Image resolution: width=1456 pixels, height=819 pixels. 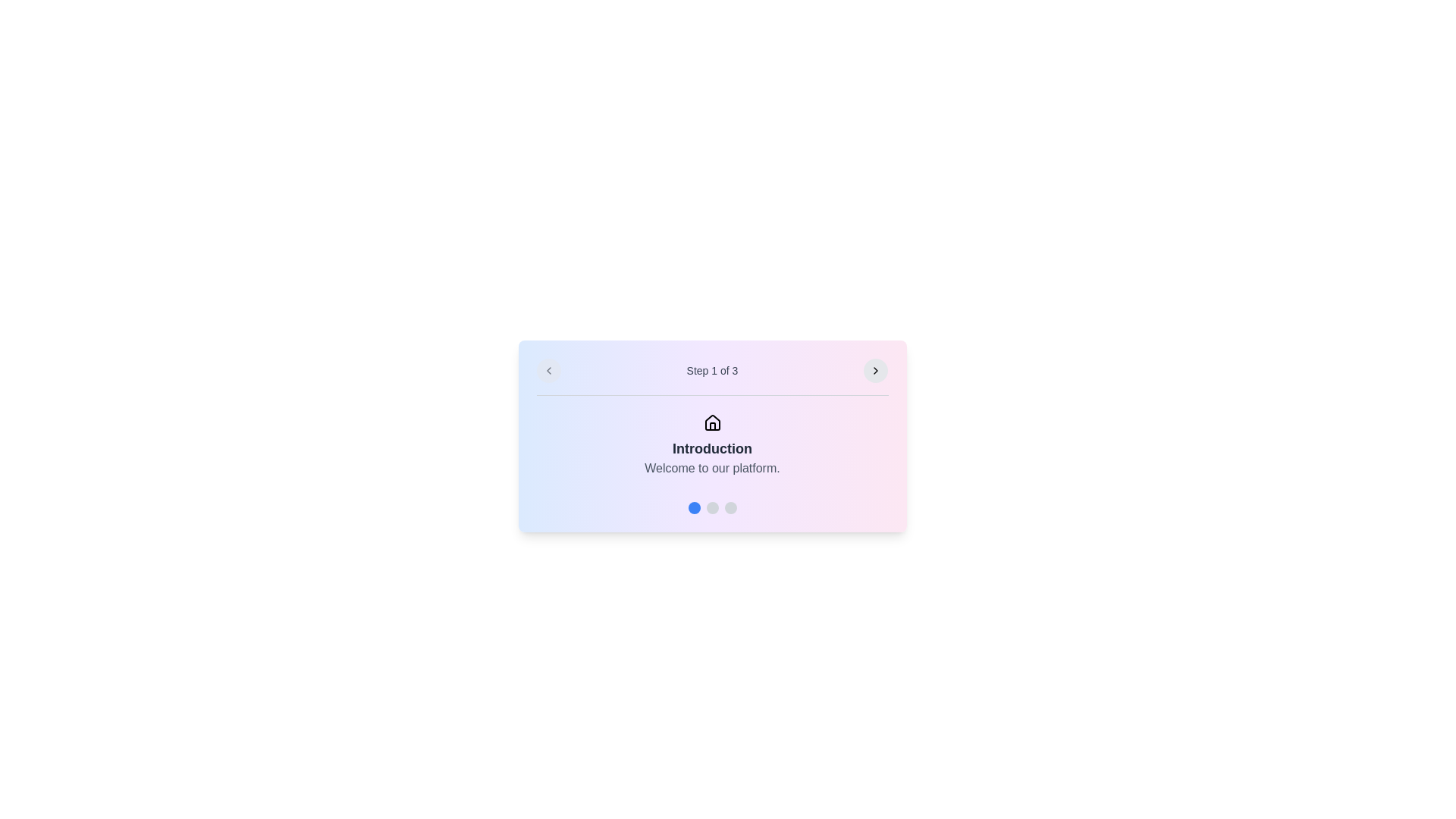 What do you see at coordinates (548, 371) in the screenshot?
I see `the button with an icon located to the left of the text 'Step 1 of 3' in the navigation bar` at bounding box center [548, 371].